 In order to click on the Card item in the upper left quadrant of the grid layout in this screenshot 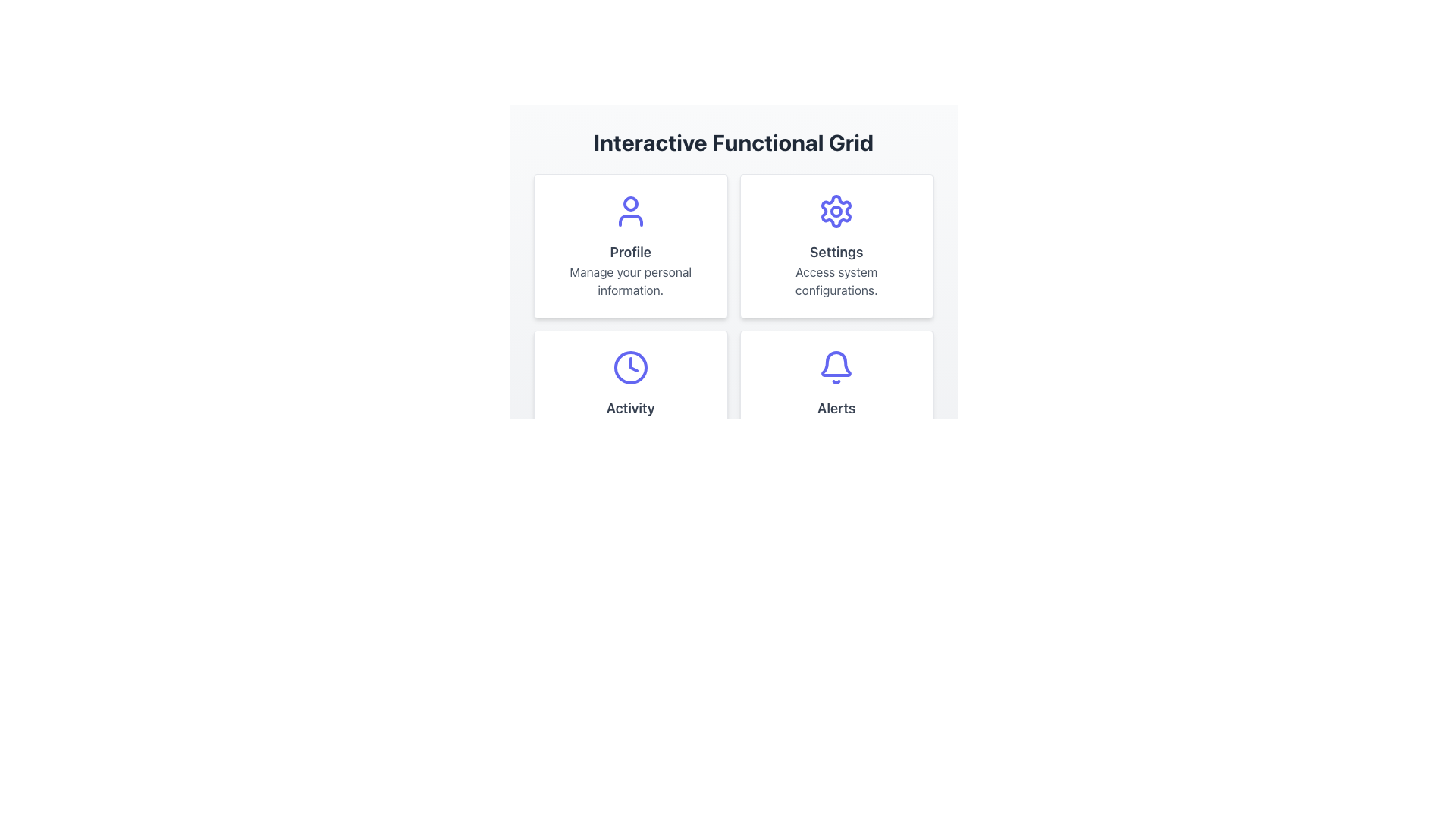, I will do `click(630, 245)`.